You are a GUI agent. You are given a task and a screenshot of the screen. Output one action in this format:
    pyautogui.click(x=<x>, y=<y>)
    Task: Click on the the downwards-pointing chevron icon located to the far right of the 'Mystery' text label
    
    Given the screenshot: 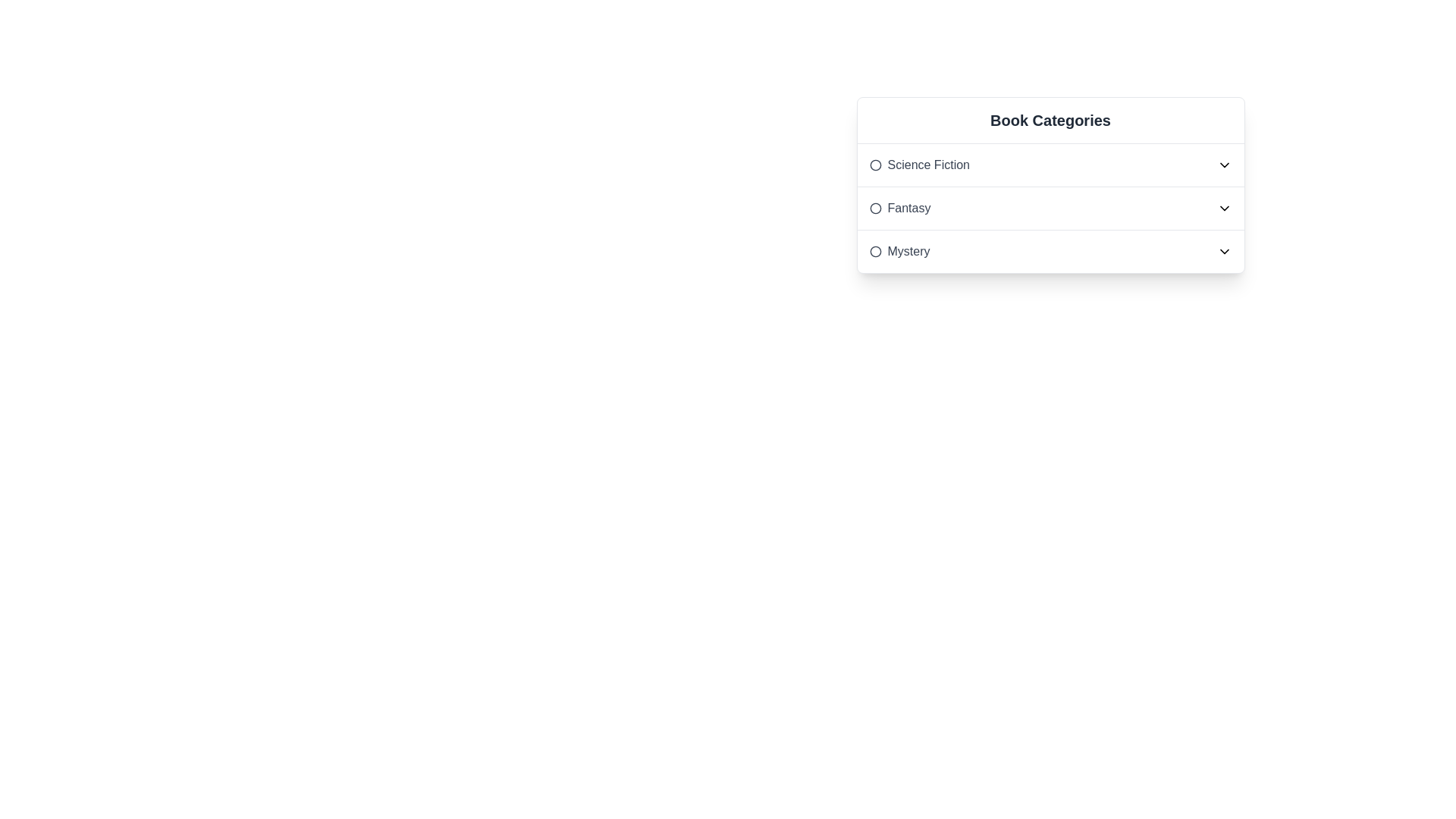 What is the action you would take?
    pyautogui.click(x=1224, y=250)
    